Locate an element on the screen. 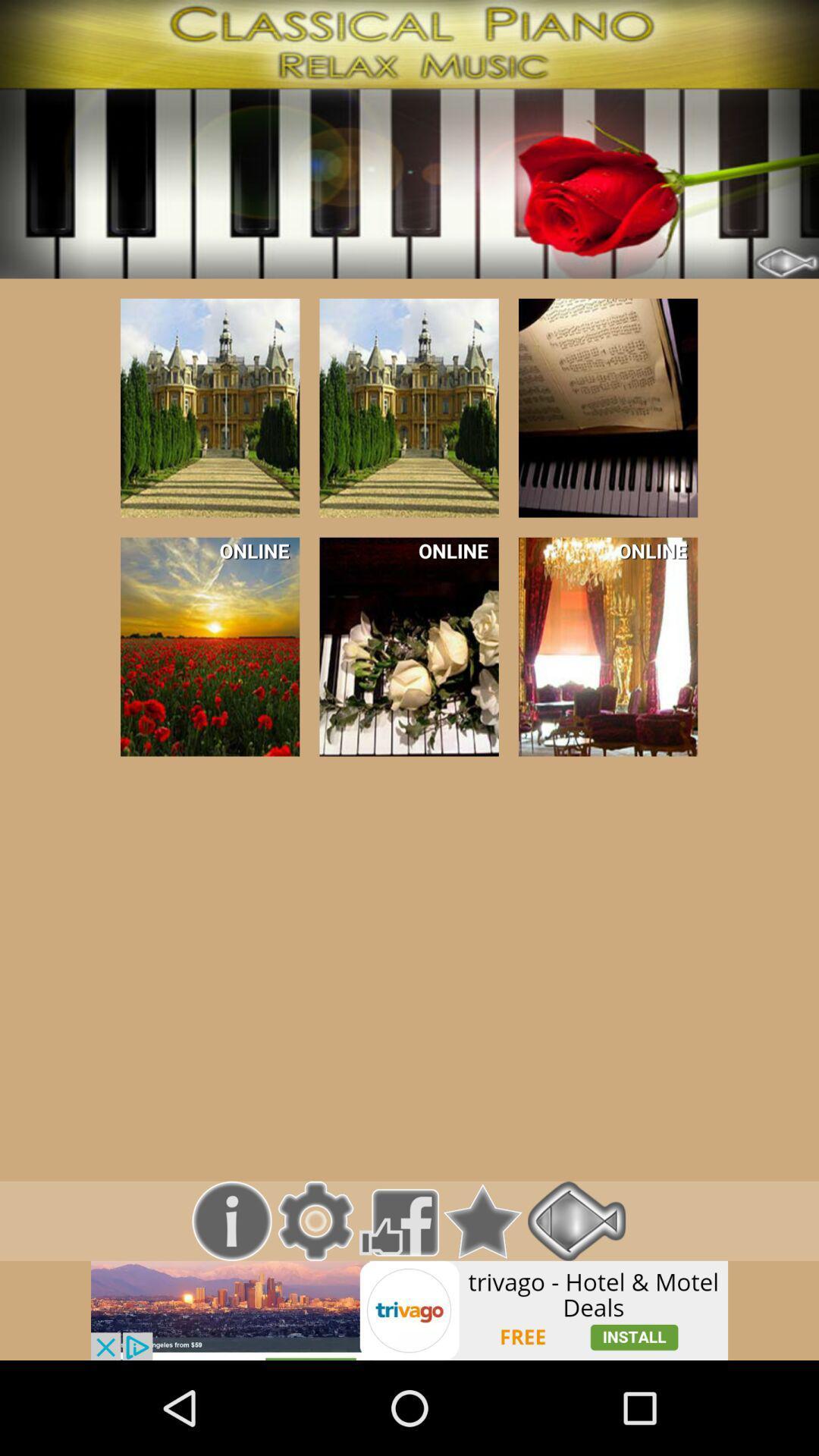  open selected item is located at coordinates (210, 408).